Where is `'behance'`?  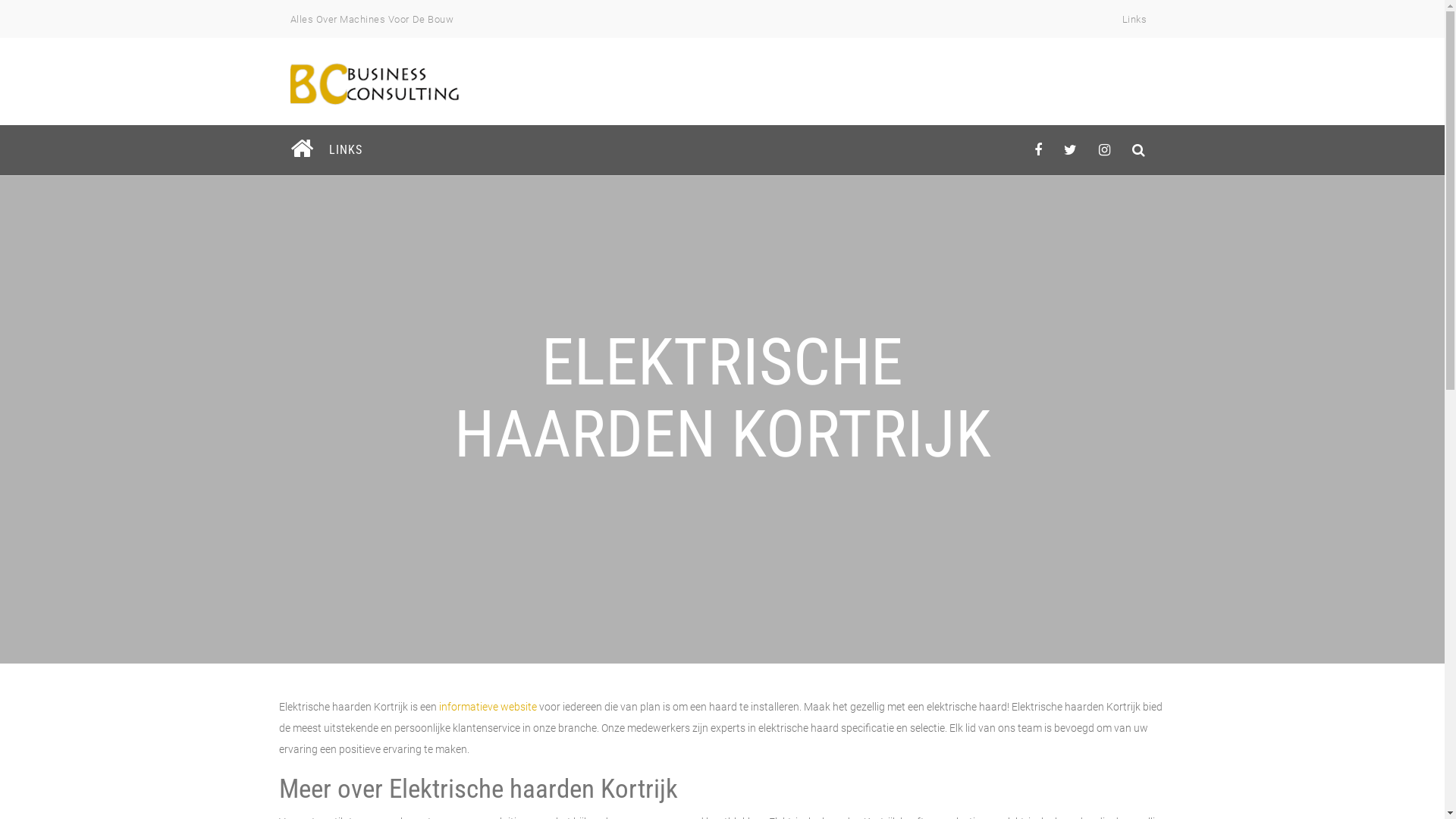
'behance' is located at coordinates (1122, 149).